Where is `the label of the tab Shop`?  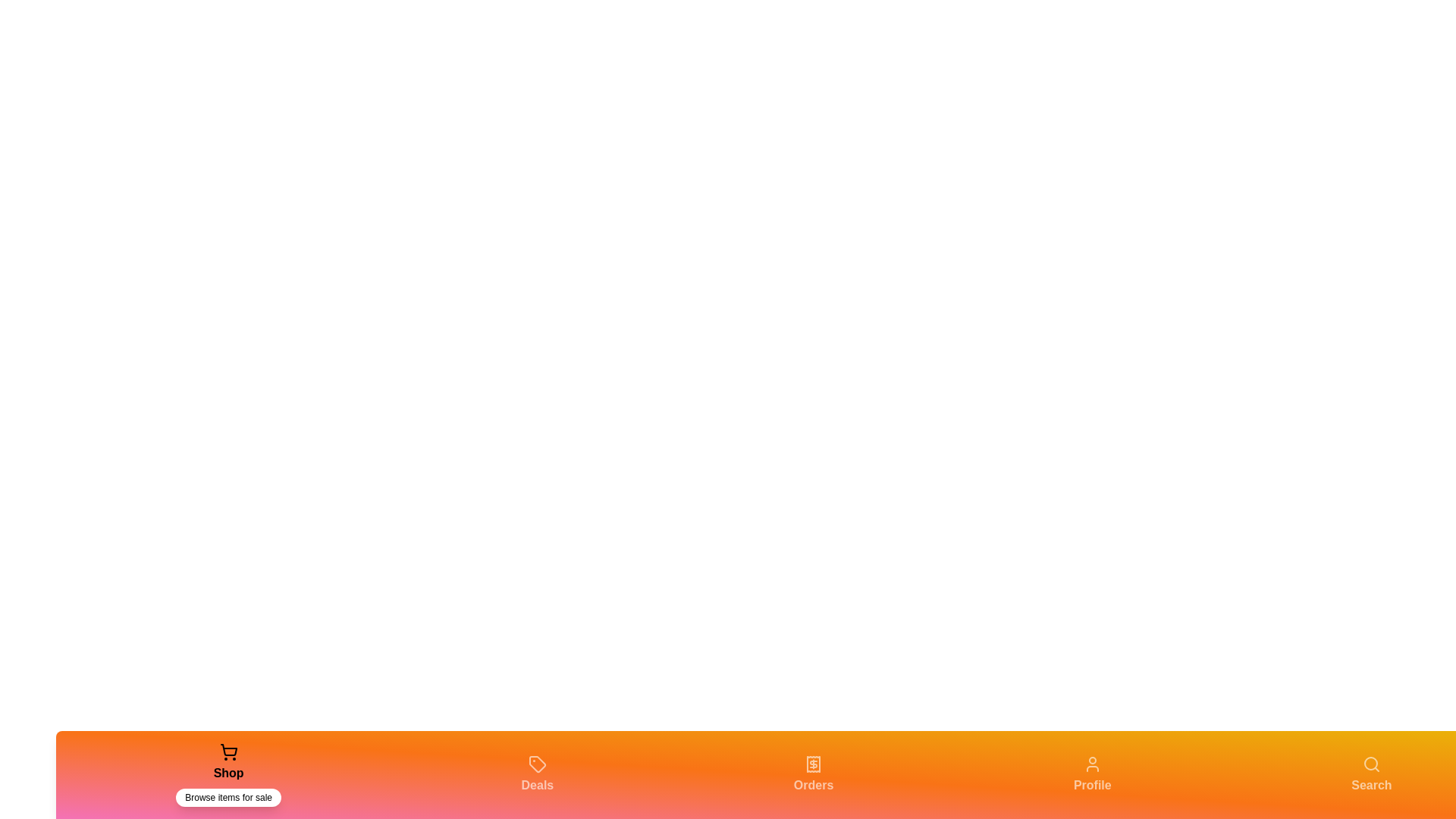
the label of the tab Shop is located at coordinates (227, 773).